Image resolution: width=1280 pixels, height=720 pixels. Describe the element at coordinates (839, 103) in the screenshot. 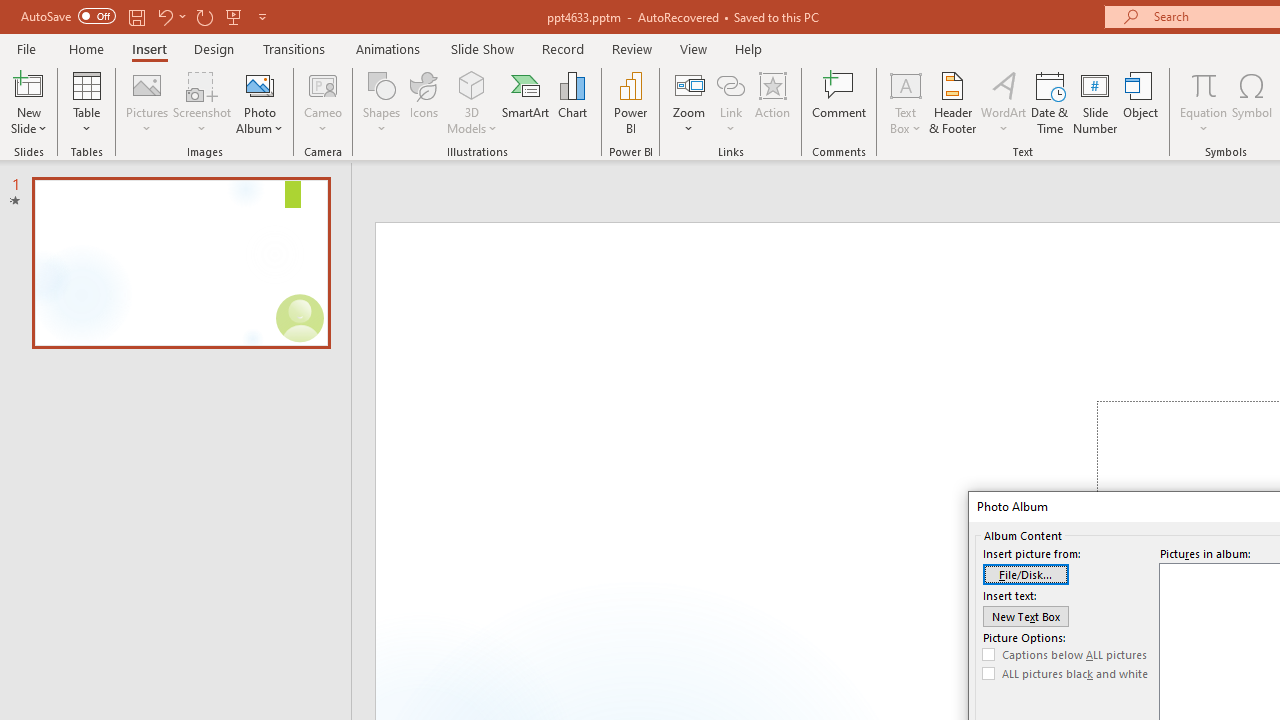

I see `'Comment'` at that location.